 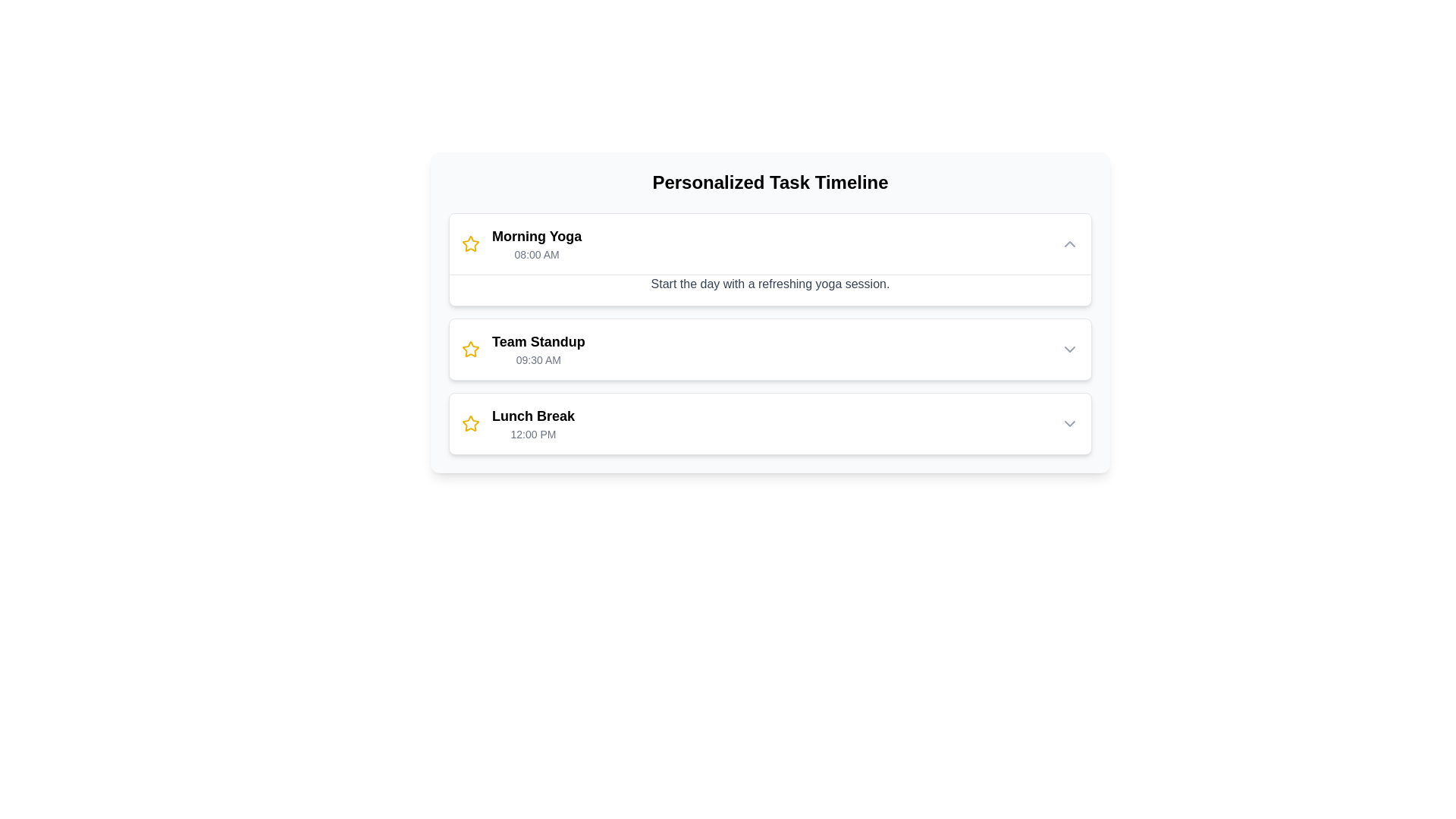 I want to click on the text label that reads 'Start the day with a refreshing yoga session.' located below the 'Morning Yoga' title and time description in the 'Morning Yoga' task block, so click(x=770, y=289).